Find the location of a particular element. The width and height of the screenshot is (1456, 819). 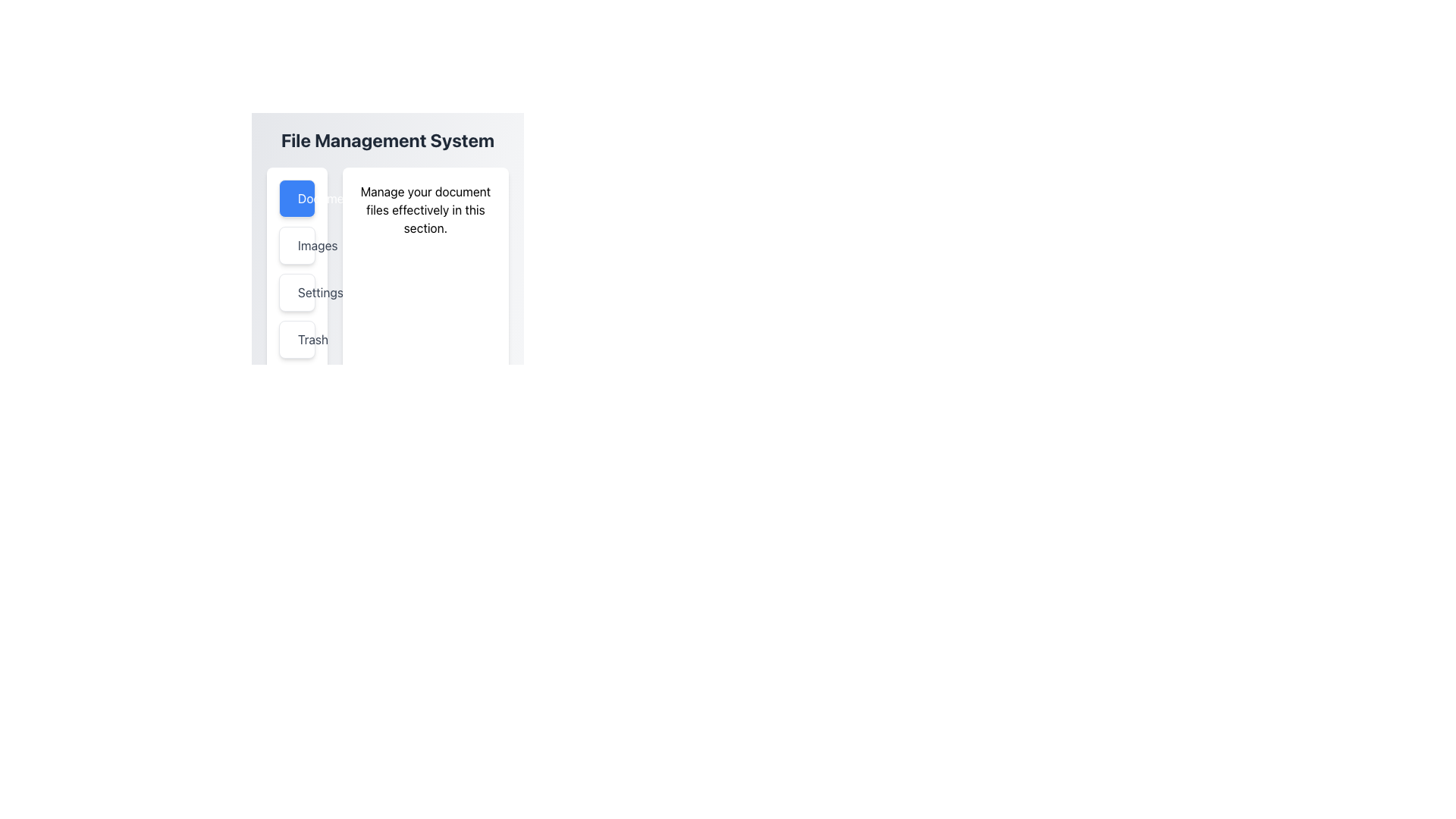

the 'Settings' button in the sidebar menu is located at coordinates (297, 292).